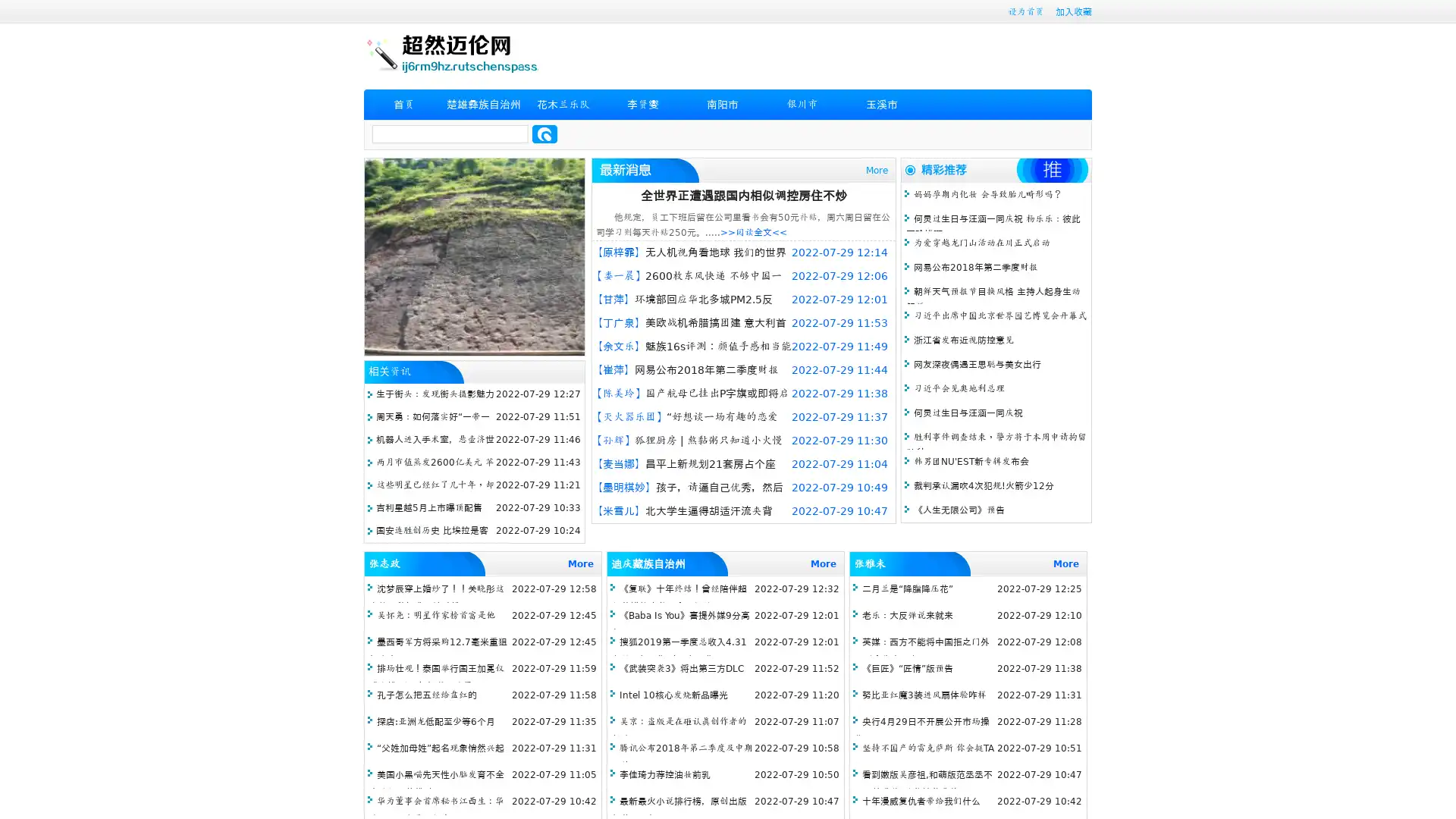 The width and height of the screenshot is (1456, 819). I want to click on Search, so click(544, 133).